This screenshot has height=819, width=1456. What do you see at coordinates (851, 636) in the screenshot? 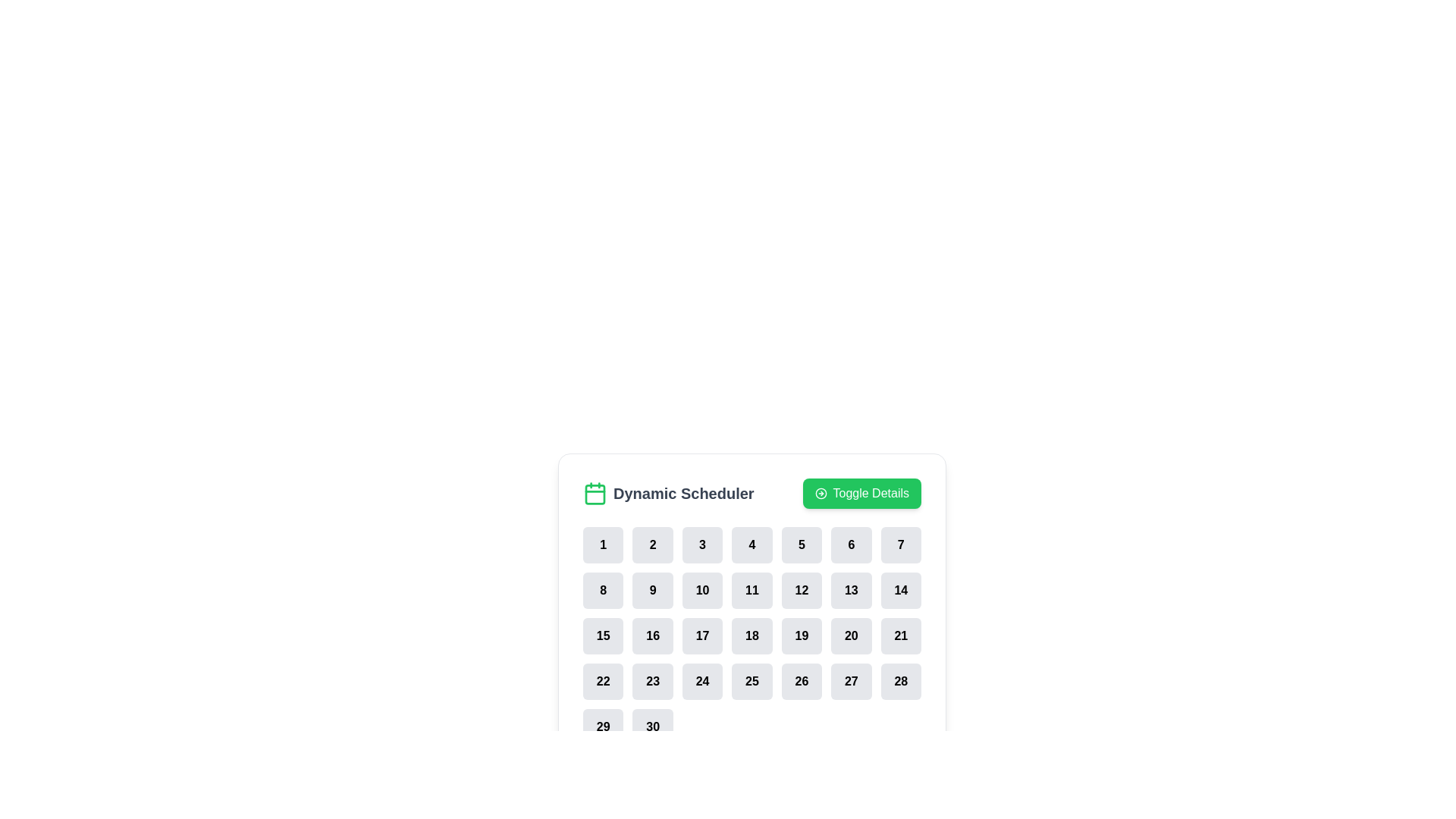
I see `the button representing the day '20' in the calendar grid located below the 'Dynamic Scheduler' header` at bounding box center [851, 636].